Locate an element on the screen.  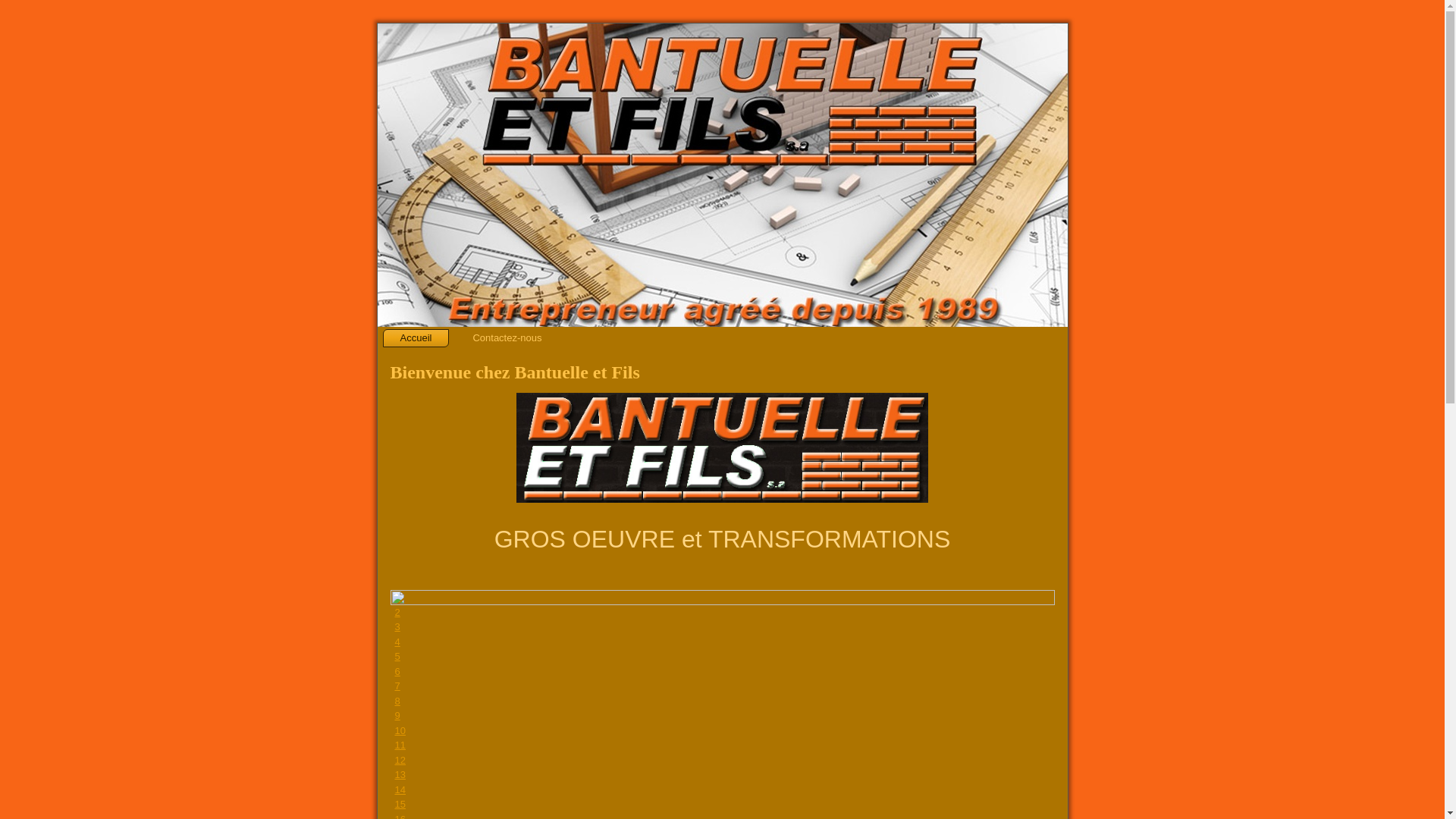
'1' is located at coordinates (397, 596).